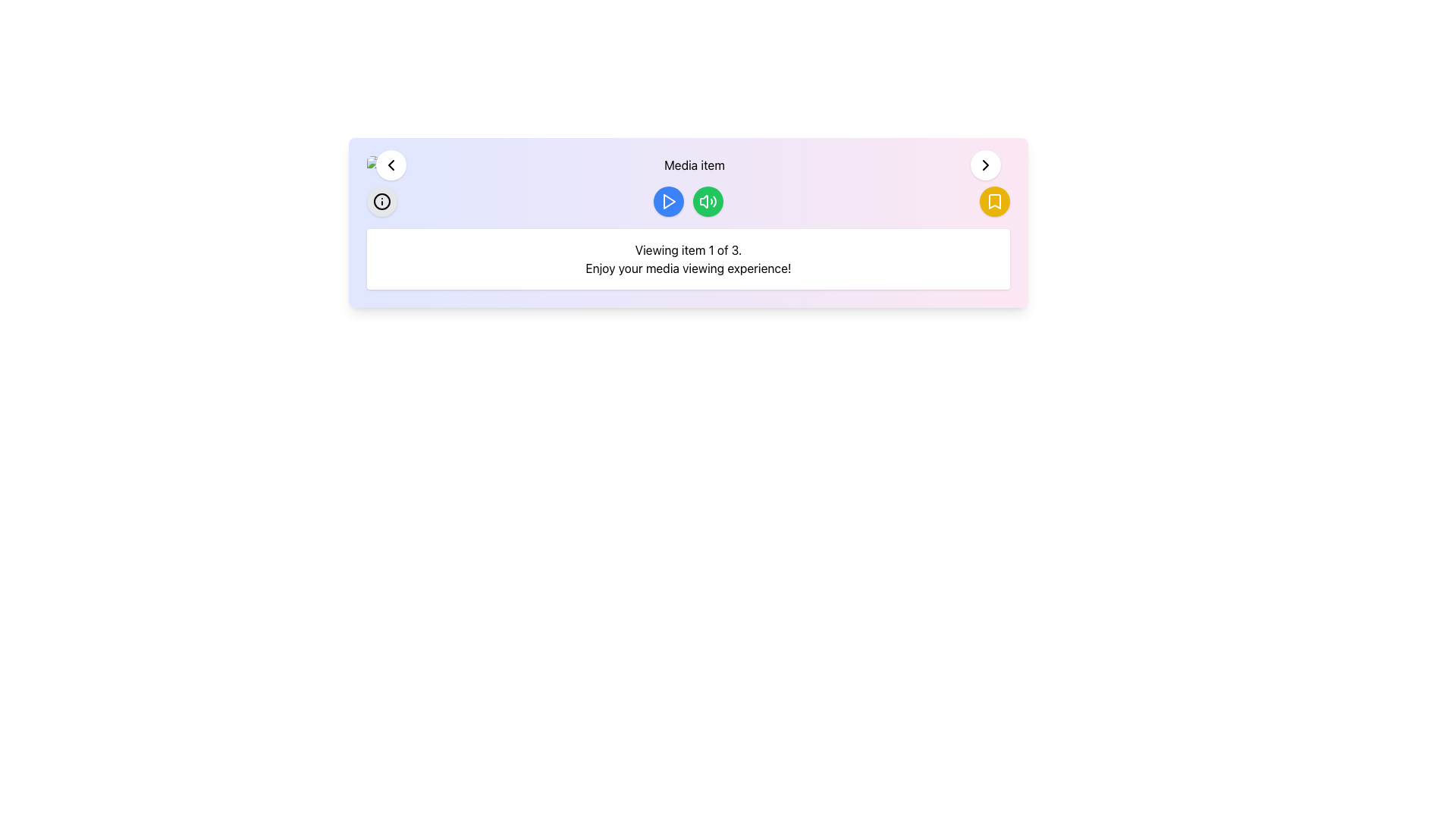 The width and height of the screenshot is (1456, 819). Describe the element at coordinates (668, 201) in the screenshot. I see `the play button located to the left of the green button with a speaker icon, beneath the heading labeled 'Media item'` at that location.